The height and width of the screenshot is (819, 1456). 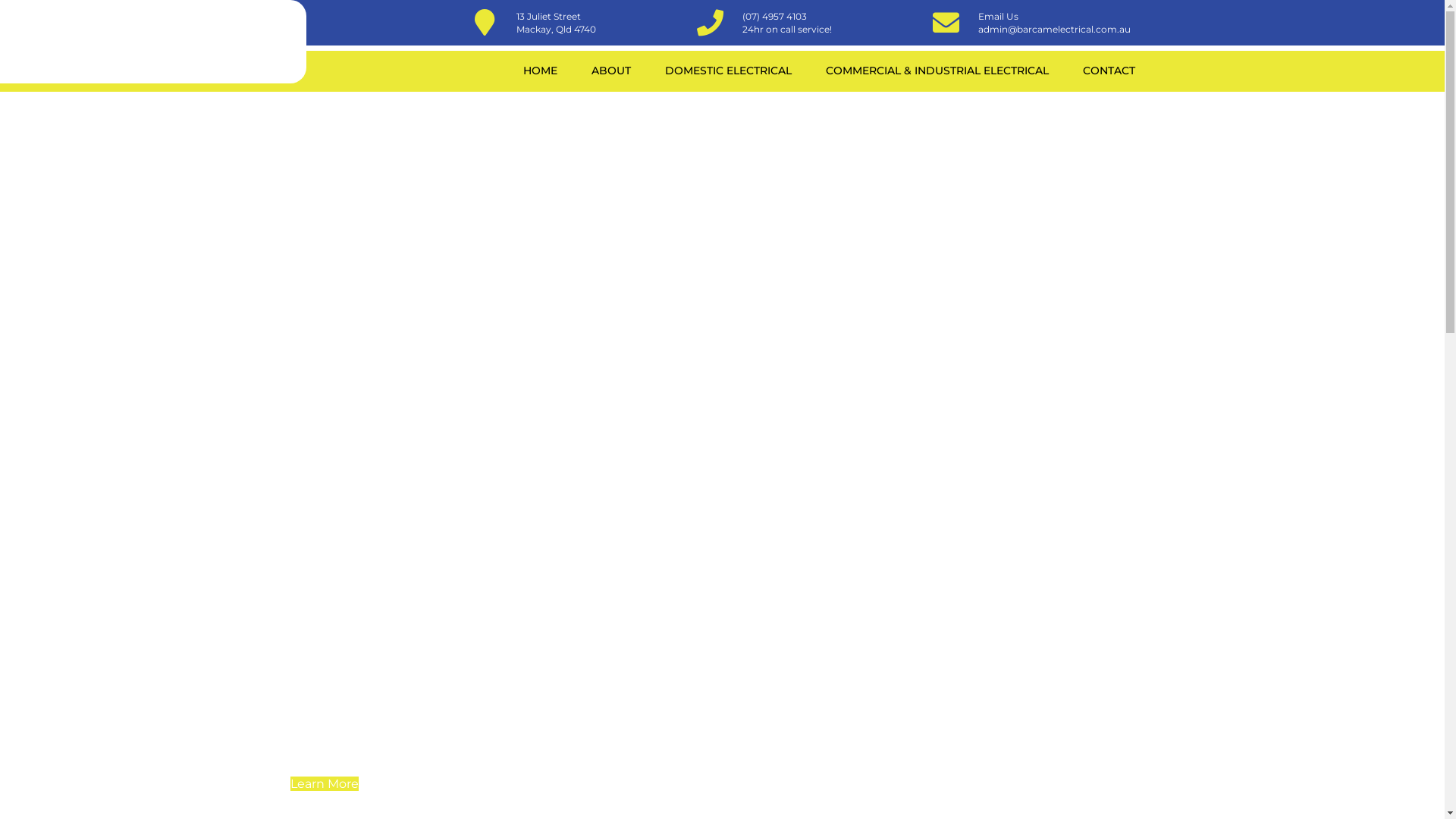 What do you see at coordinates (554, 29) in the screenshot?
I see `'Mackay, Qld 4740'` at bounding box center [554, 29].